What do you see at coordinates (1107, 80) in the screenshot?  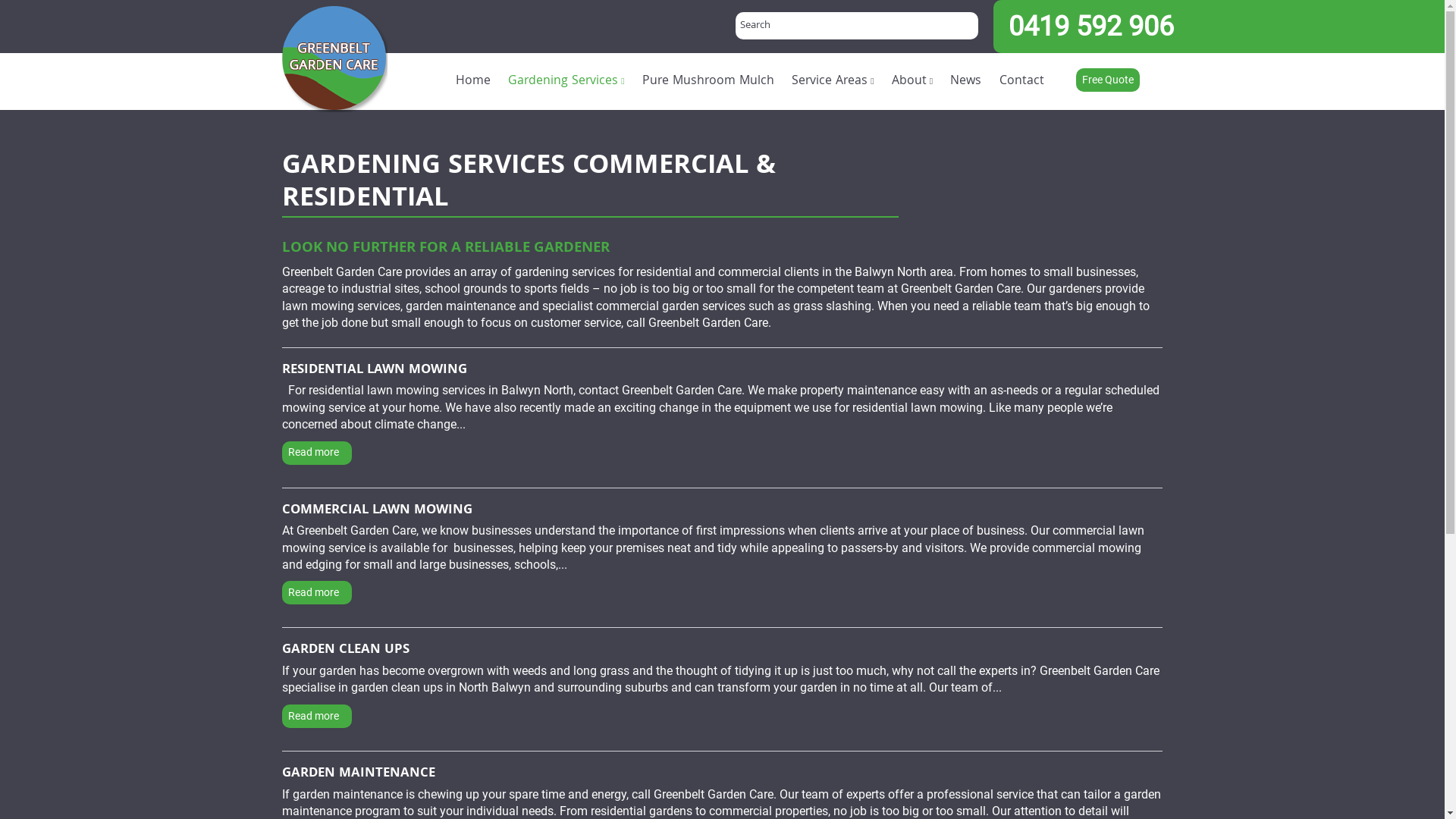 I see `'Free Quote'` at bounding box center [1107, 80].